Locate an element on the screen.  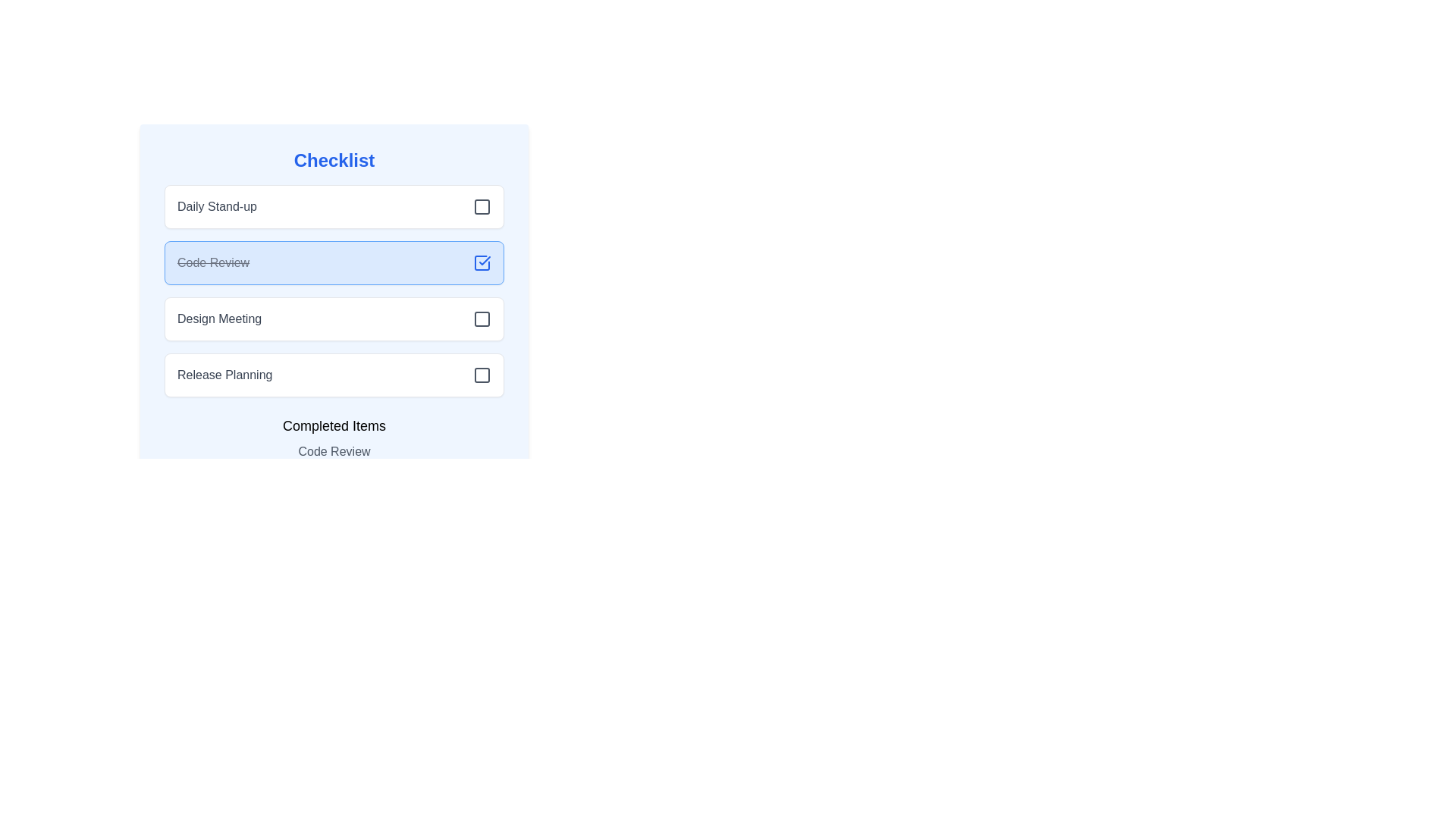
text from the informational label located above the 'Code Review' label in the checklist section, which serves as a heading for completed tasks is located at coordinates (334, 426).